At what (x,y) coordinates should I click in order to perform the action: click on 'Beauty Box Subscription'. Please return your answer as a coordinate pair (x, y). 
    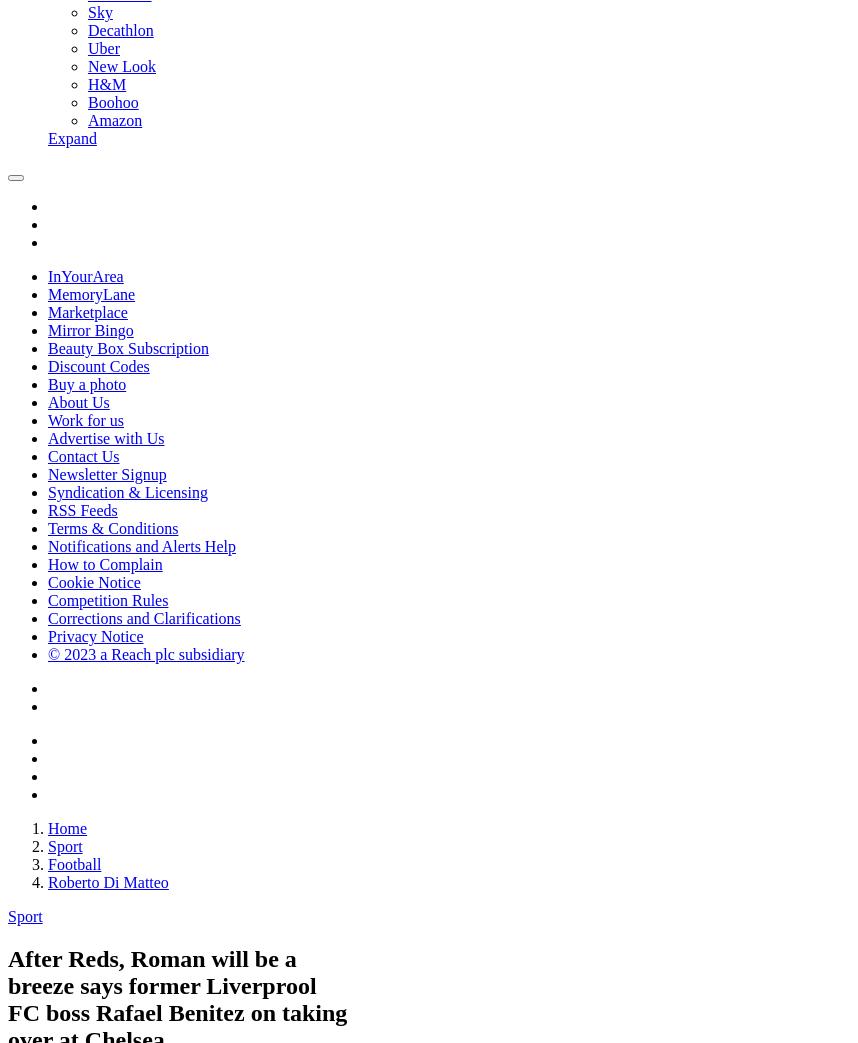
    Looking at the image, I should click on (128, 347).